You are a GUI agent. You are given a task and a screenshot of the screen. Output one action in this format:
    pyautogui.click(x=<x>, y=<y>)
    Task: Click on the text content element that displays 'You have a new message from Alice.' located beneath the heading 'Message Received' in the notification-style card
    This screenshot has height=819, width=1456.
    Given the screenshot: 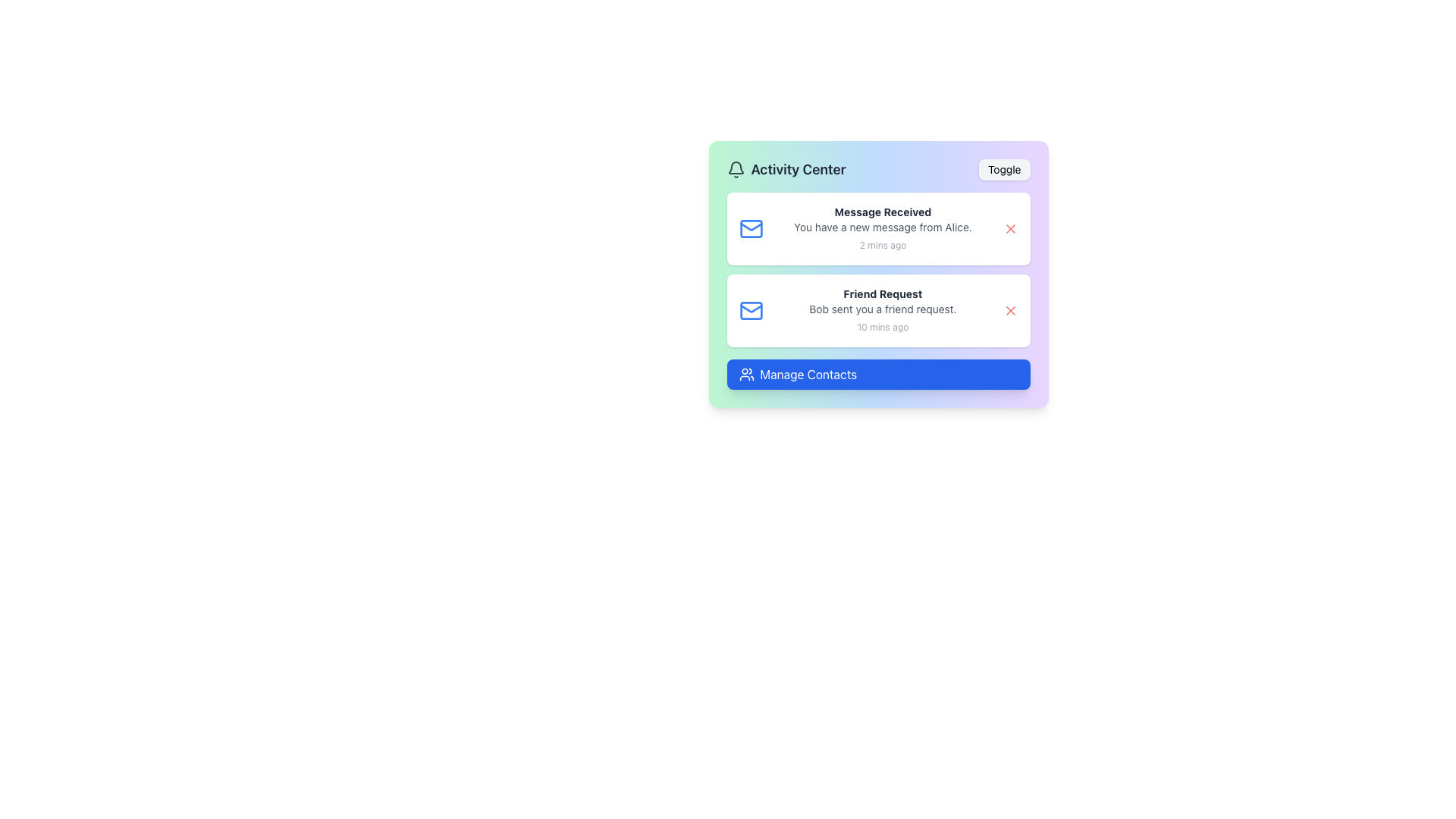 What is the action you would take?
    pyautogui.click(x=883, y=227)
    